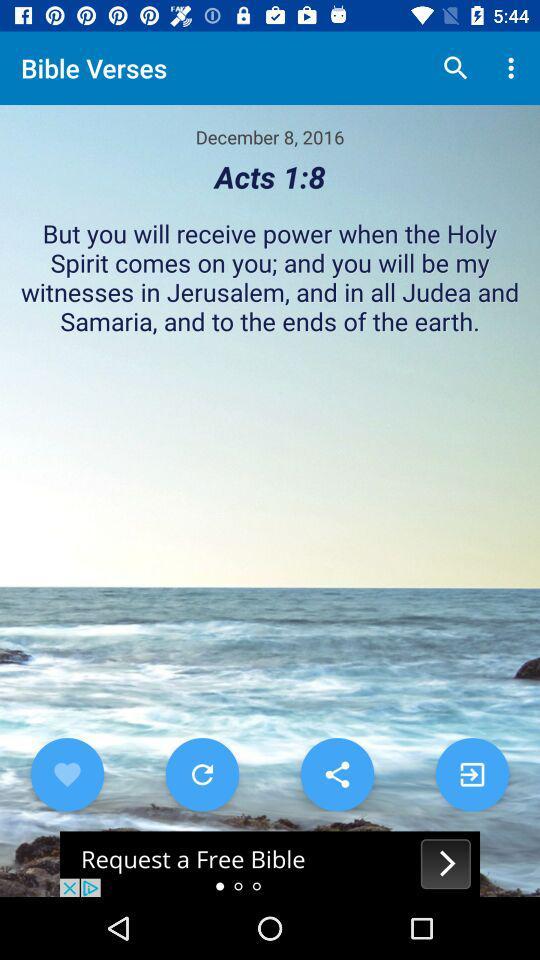 The width and height of the screenshot is (540, 960). I want to click on advertisement, so click(270, 863).